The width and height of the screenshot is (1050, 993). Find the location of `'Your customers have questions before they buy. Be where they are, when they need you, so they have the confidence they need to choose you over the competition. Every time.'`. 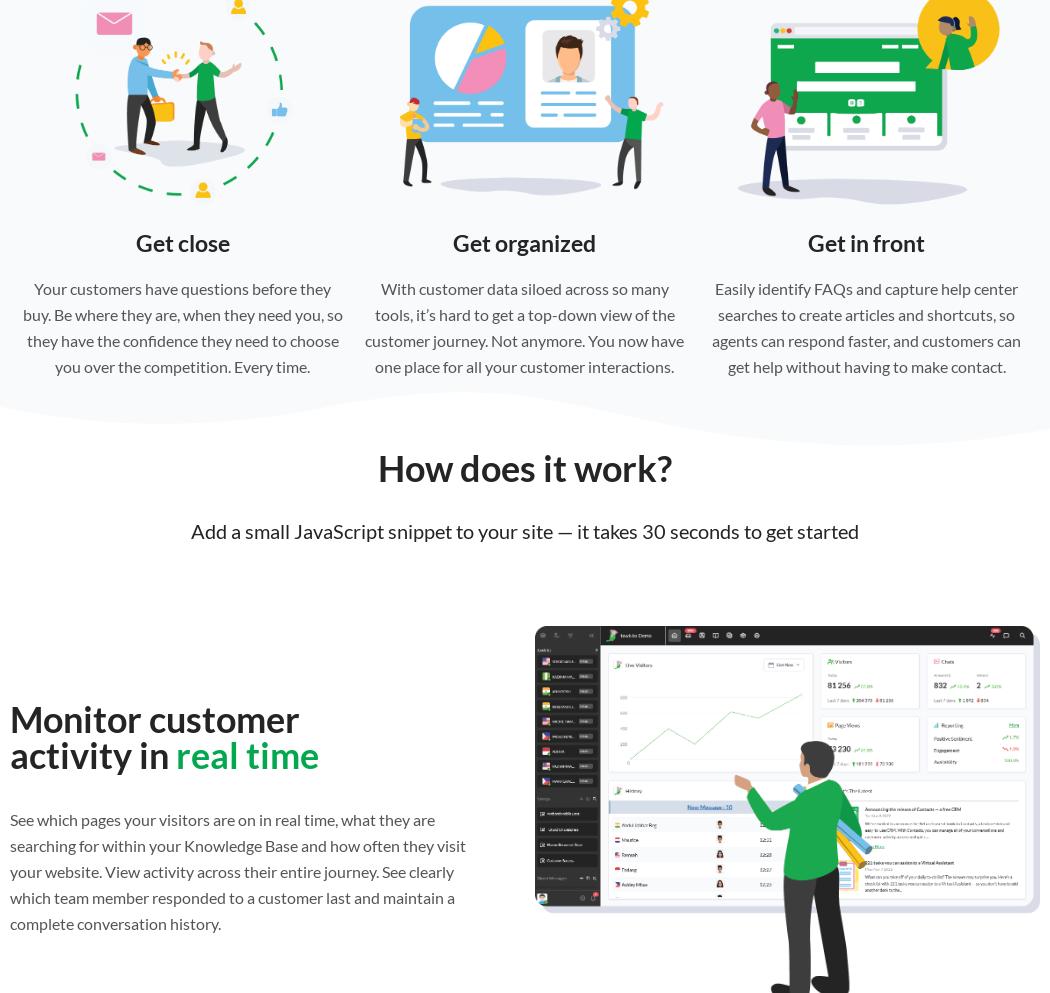

'Your customers have questions before they buy. Be where they are, when they need you, so they have the confidence they need to choose you over the competition. Every time.' is located at coordinates (181, 325).